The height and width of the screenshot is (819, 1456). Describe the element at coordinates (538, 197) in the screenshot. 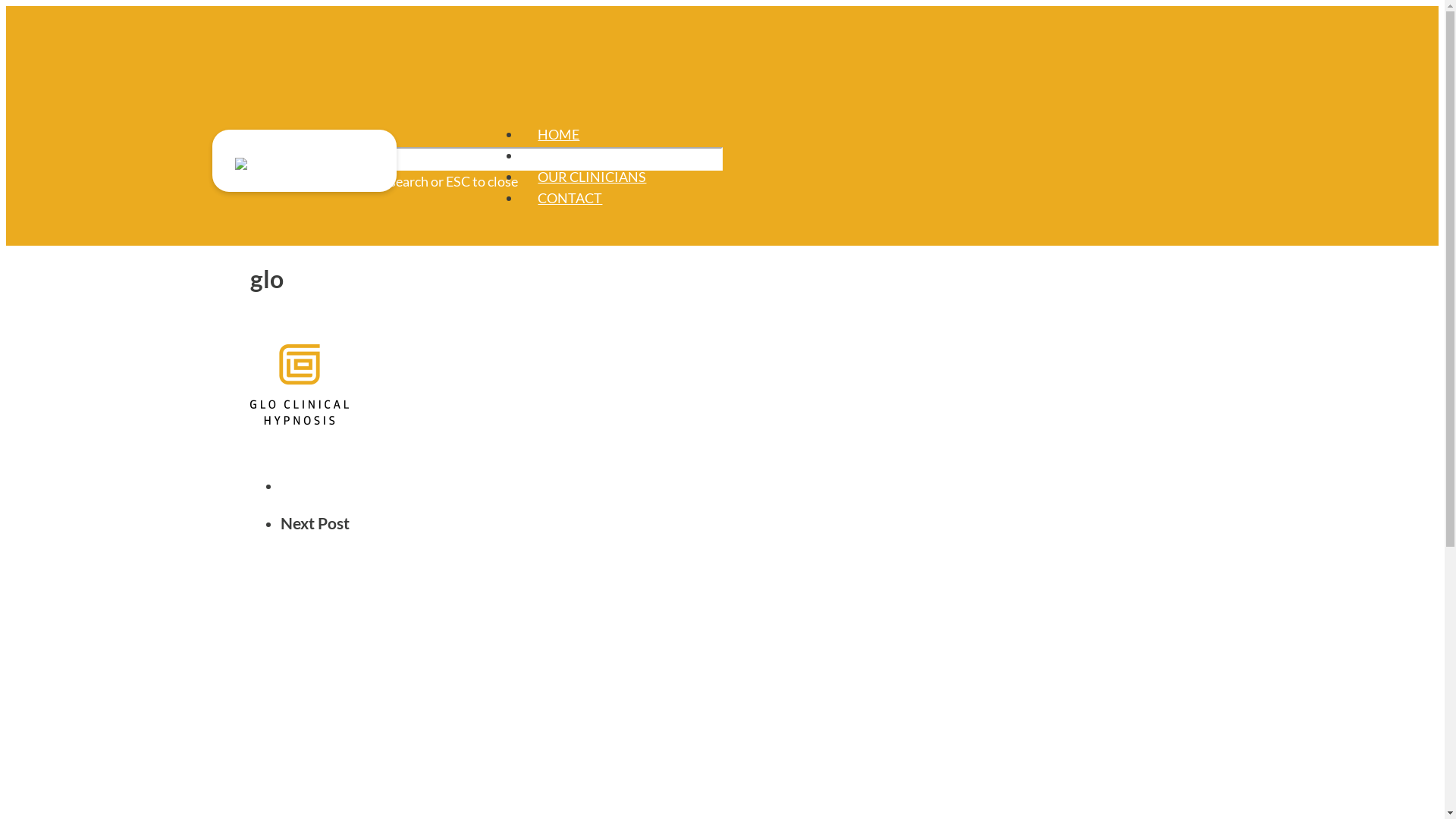

I see `'CONTACT'` at that location.